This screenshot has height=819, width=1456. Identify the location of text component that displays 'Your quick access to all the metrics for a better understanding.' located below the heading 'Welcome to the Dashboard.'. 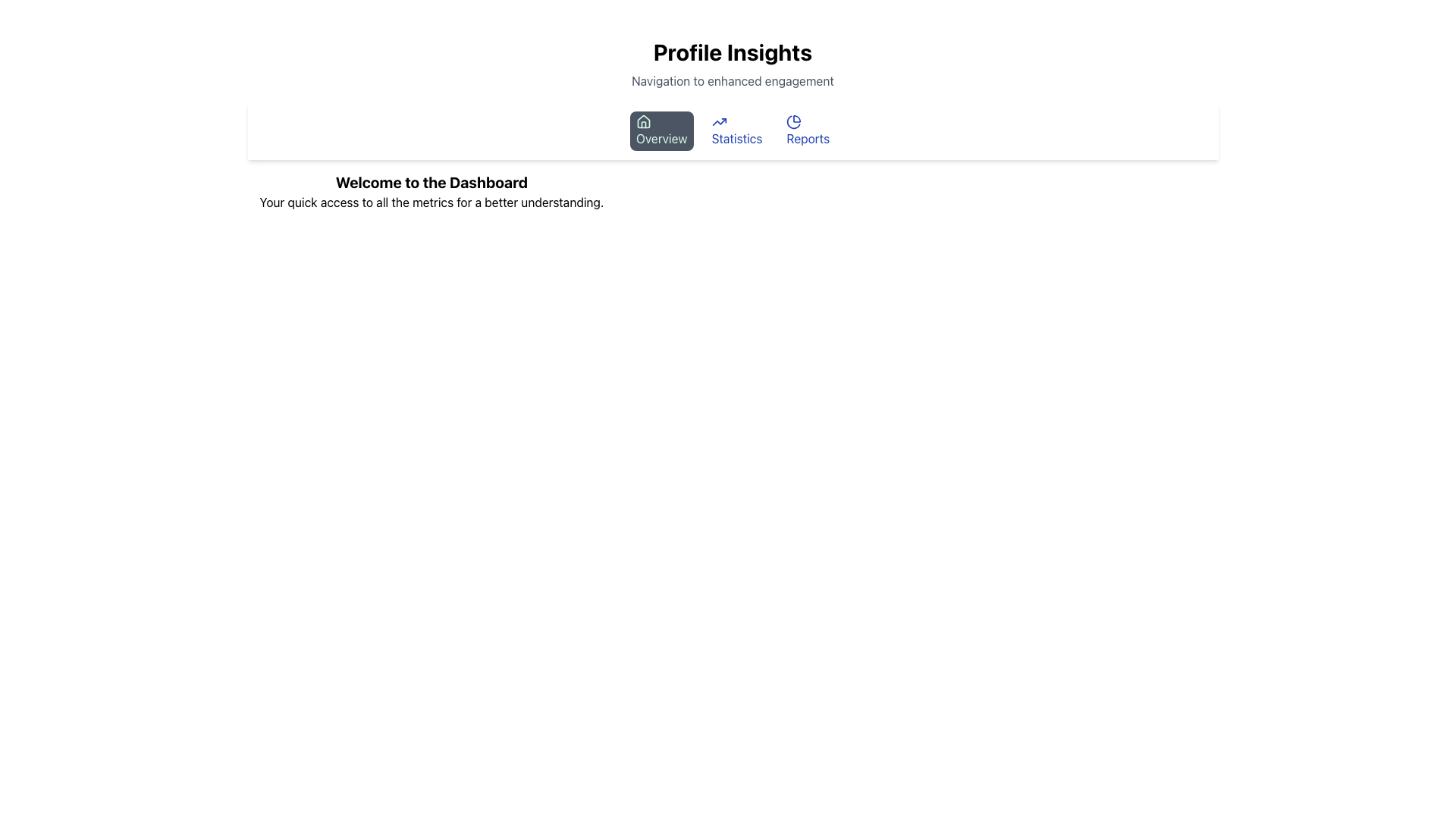
(431, 201).